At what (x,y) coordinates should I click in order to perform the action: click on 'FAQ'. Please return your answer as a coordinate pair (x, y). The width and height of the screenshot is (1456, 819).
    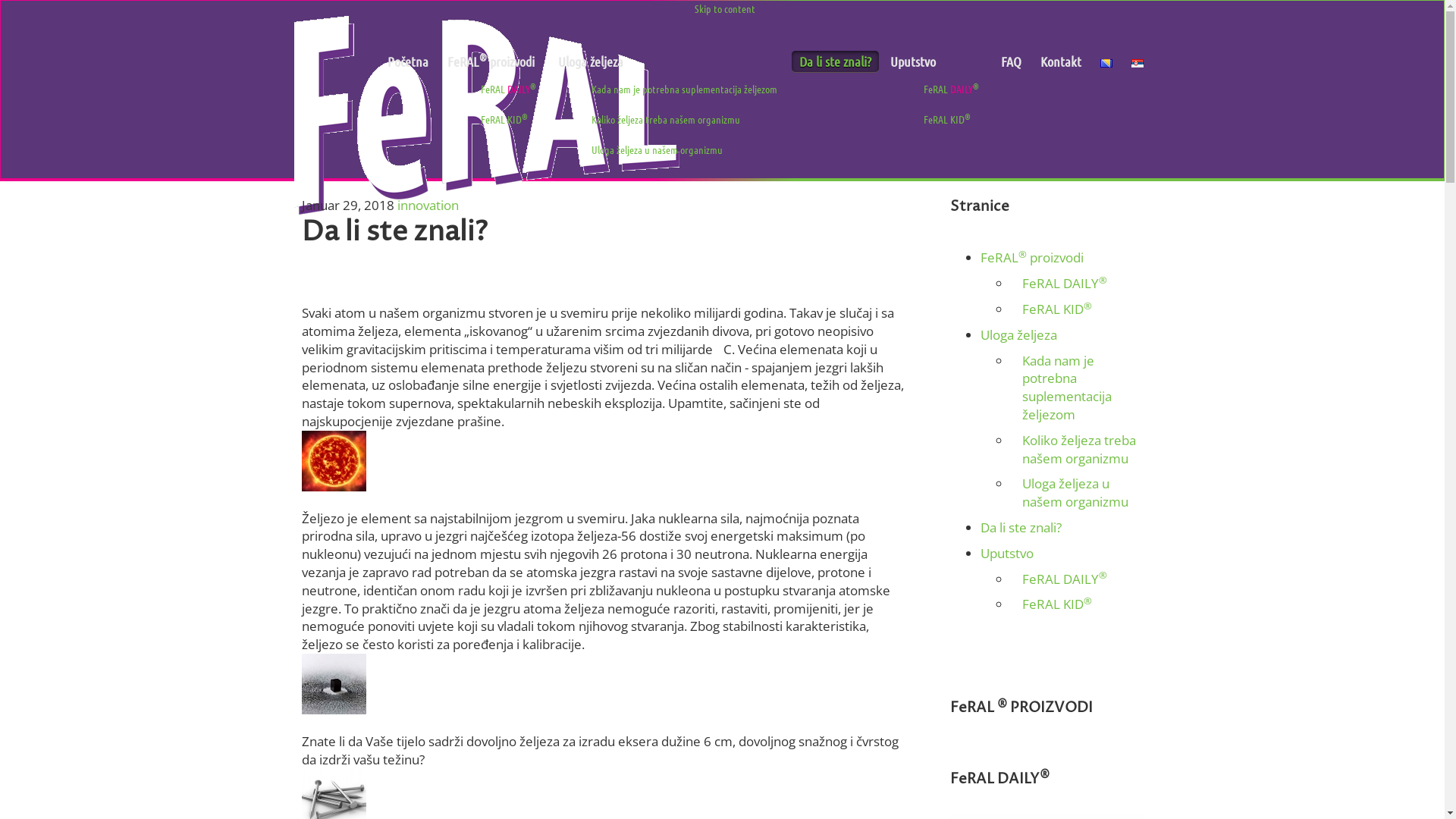
    Looking at the image, I should click on (1011, 61).